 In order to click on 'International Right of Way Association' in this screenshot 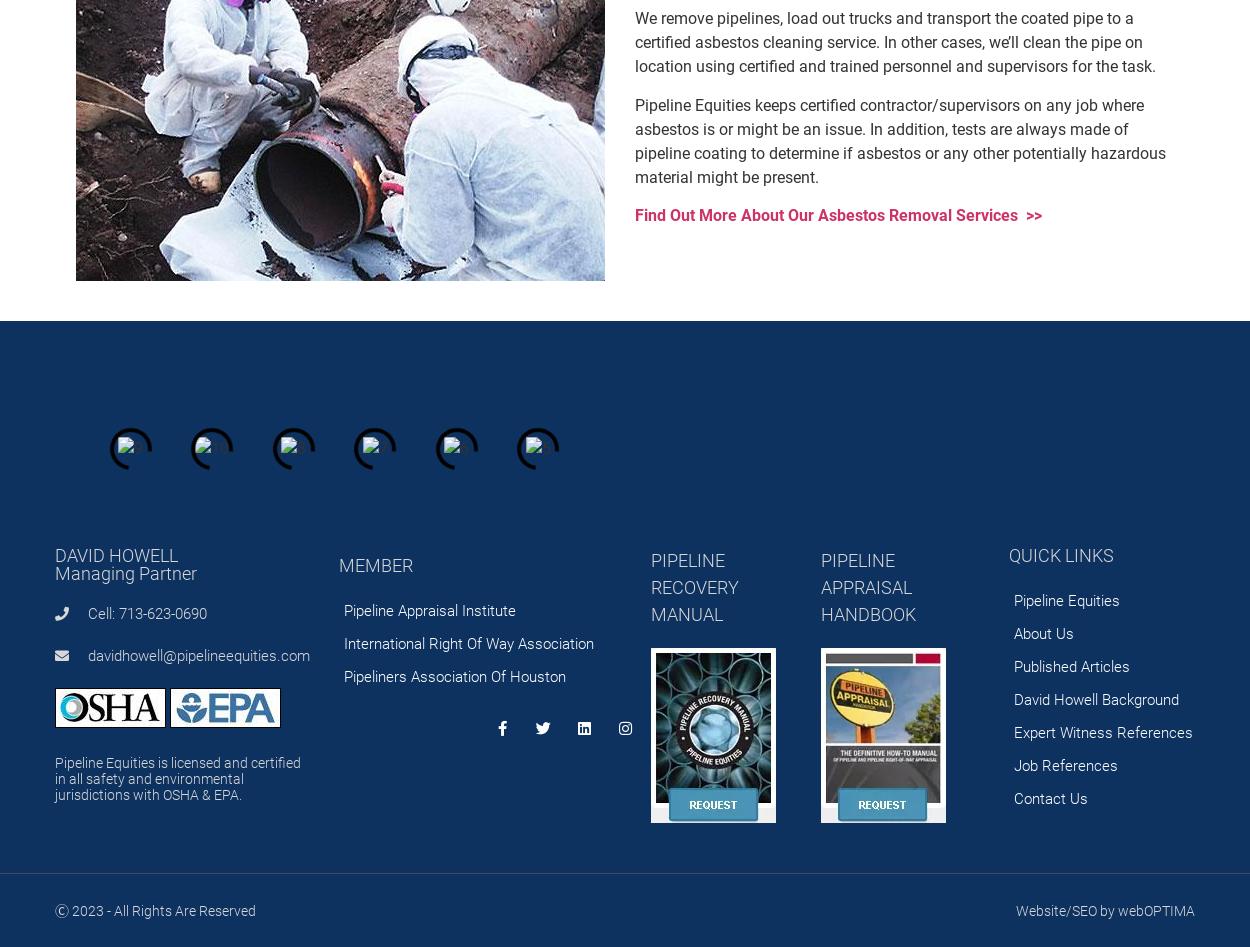, I will do `click(468, 643)`.